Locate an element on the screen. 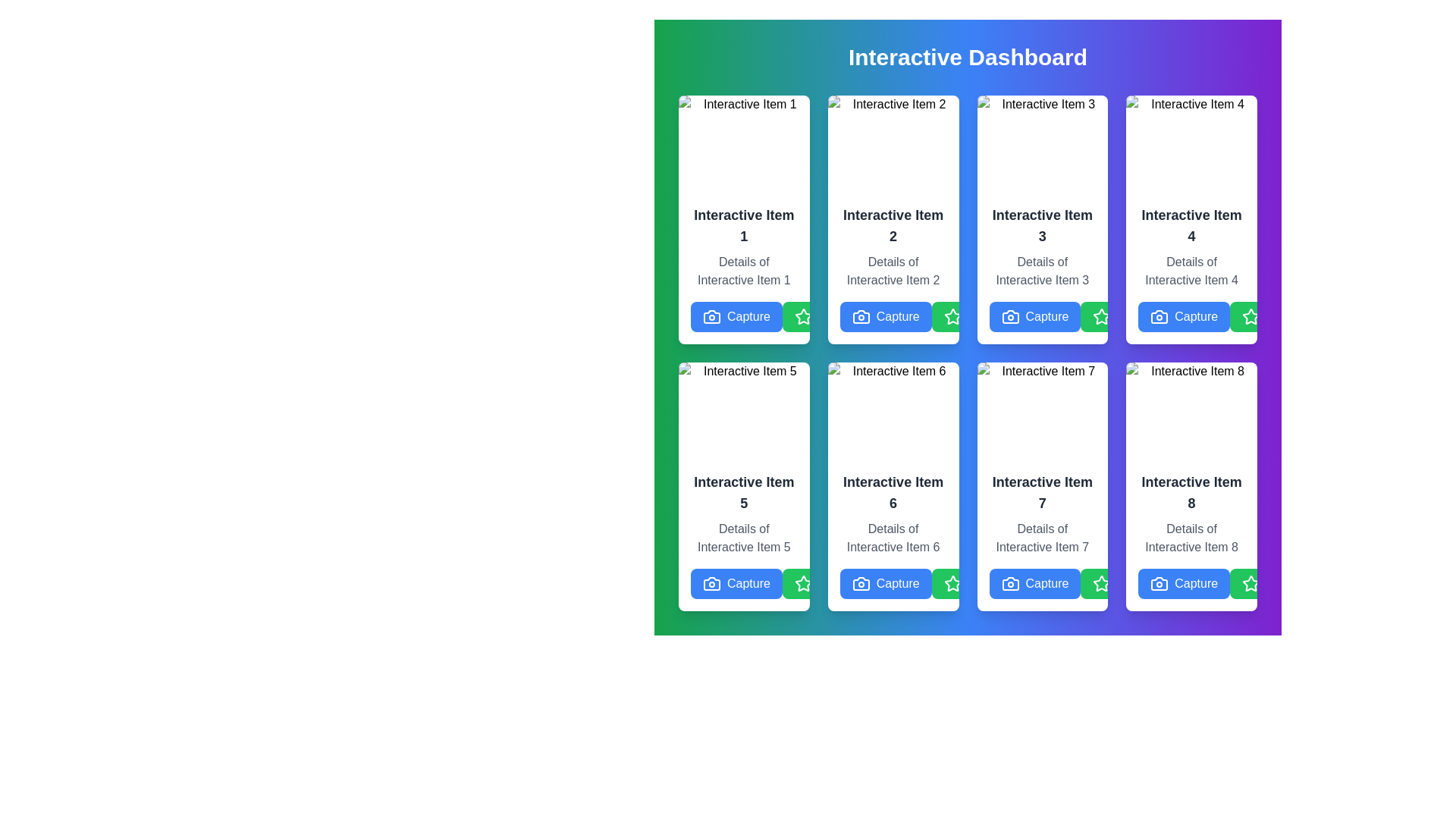 The height and width of the screenshot is (819, 1456). the 'Capture' button icon located at the bottom right of the interface, specifically within the Interactive Item 8 card, which is to the left of a star icon is located at coordinates (1159, 583).